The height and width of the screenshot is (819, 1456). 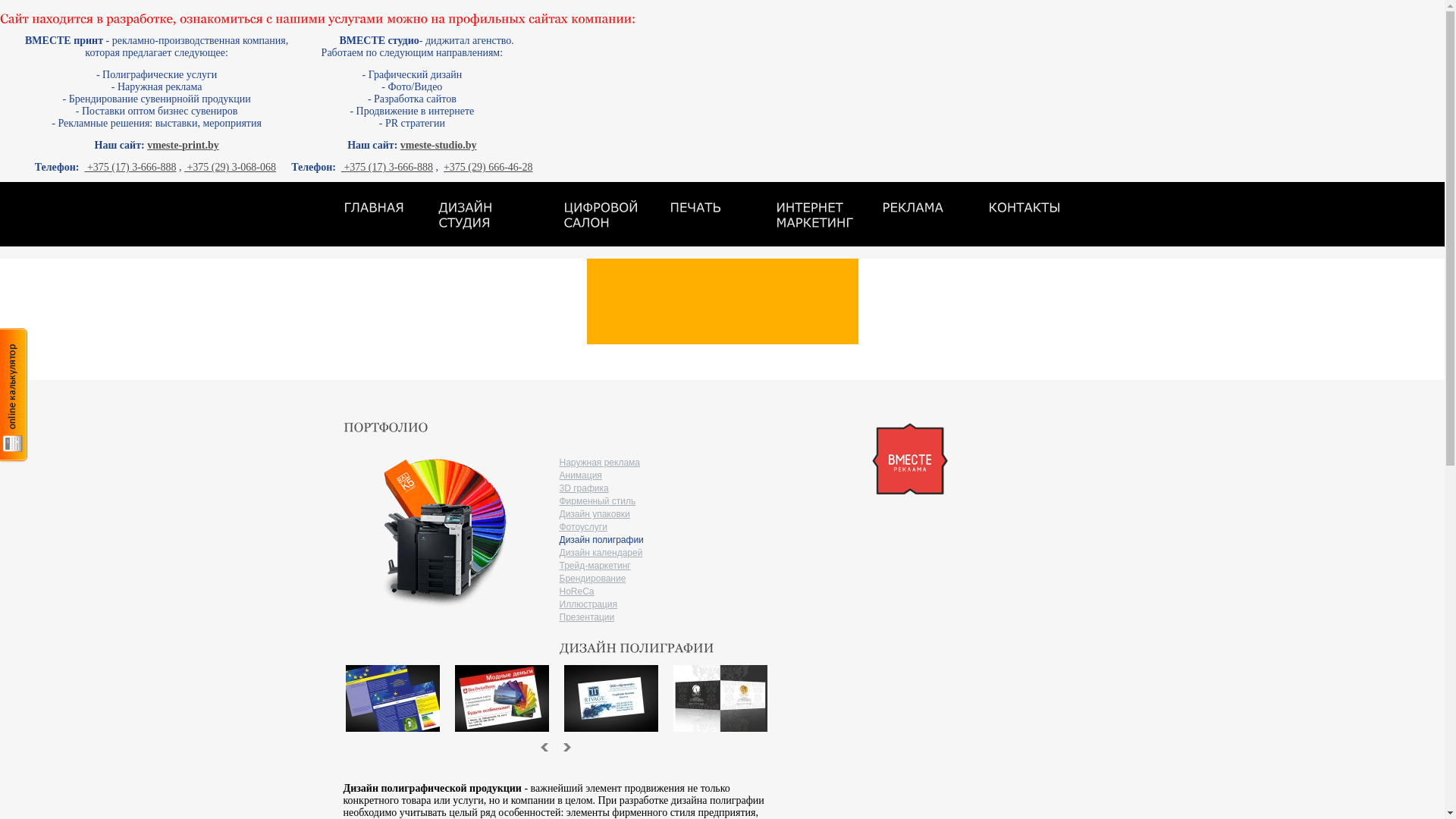 I want to click on '+375 (29) 666-46-28', so click(x=488, y=167).